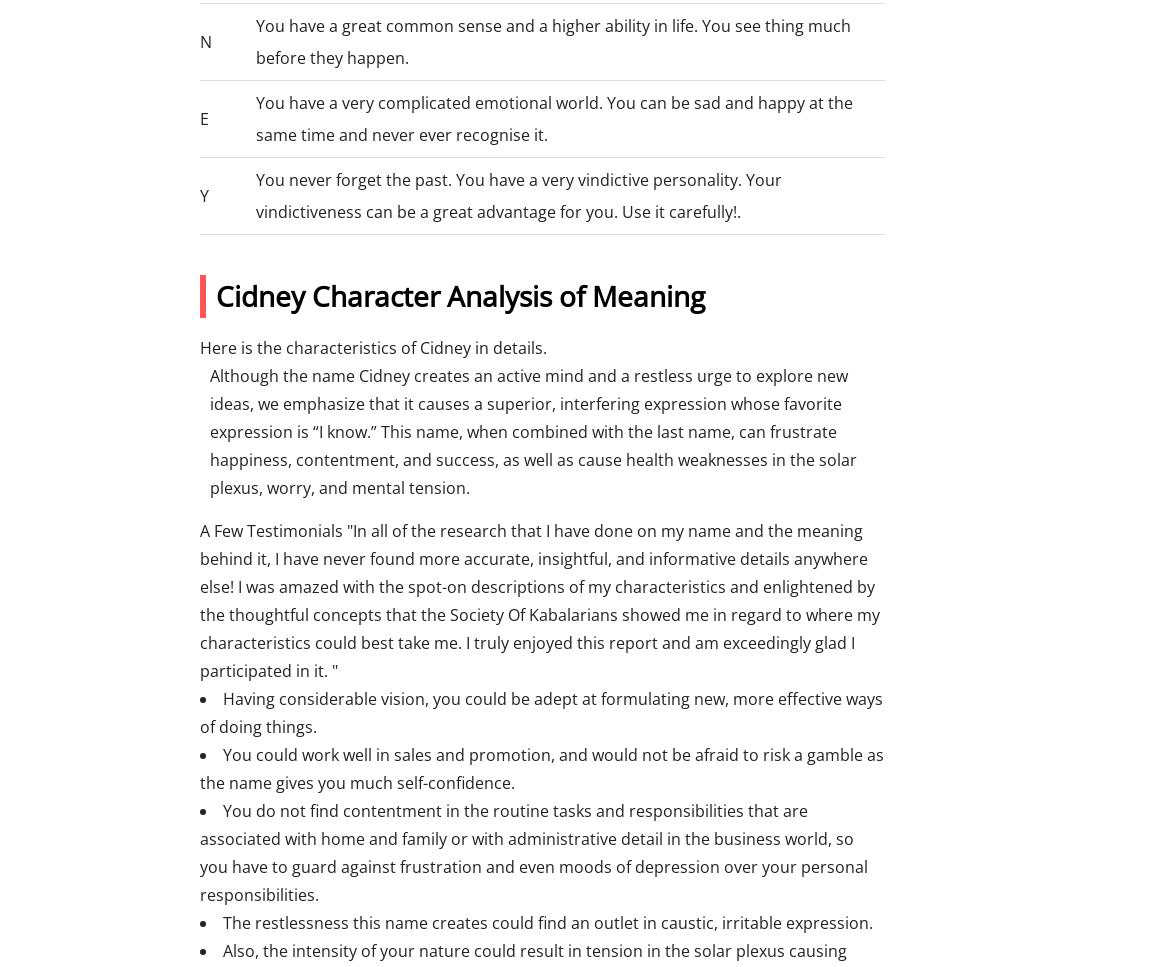  I want to click on 'A Few Testimonials 
 "In all of the research that I have done on my name and the meaning 
 behind it, I have never found more accurate, insightful, and informative details anywhere else! I was amazed with the 
 spot-on descriptions of my characteristics and enlightened by the thoughtful concepts that the Society Of Kabalarians showed me in 
 regard to where my characteristics could best take me. I truly enjoyed this report and am exceedingly 
 glad I participated in it.
 "', so click(198, 600).